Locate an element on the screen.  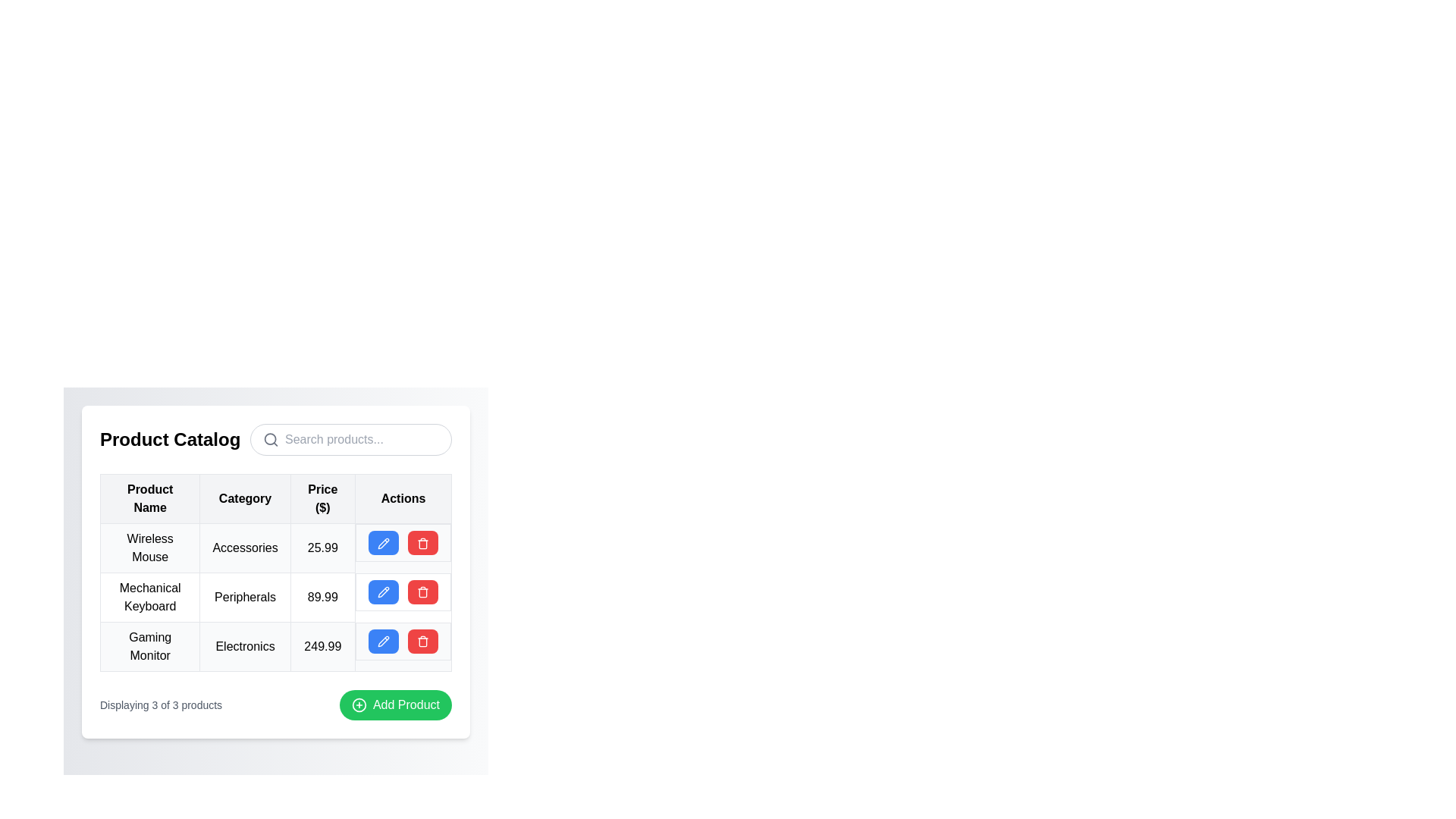
the pencil icon located in the 'Actions' column of the third row in the table is located at coordinates (383, 642).